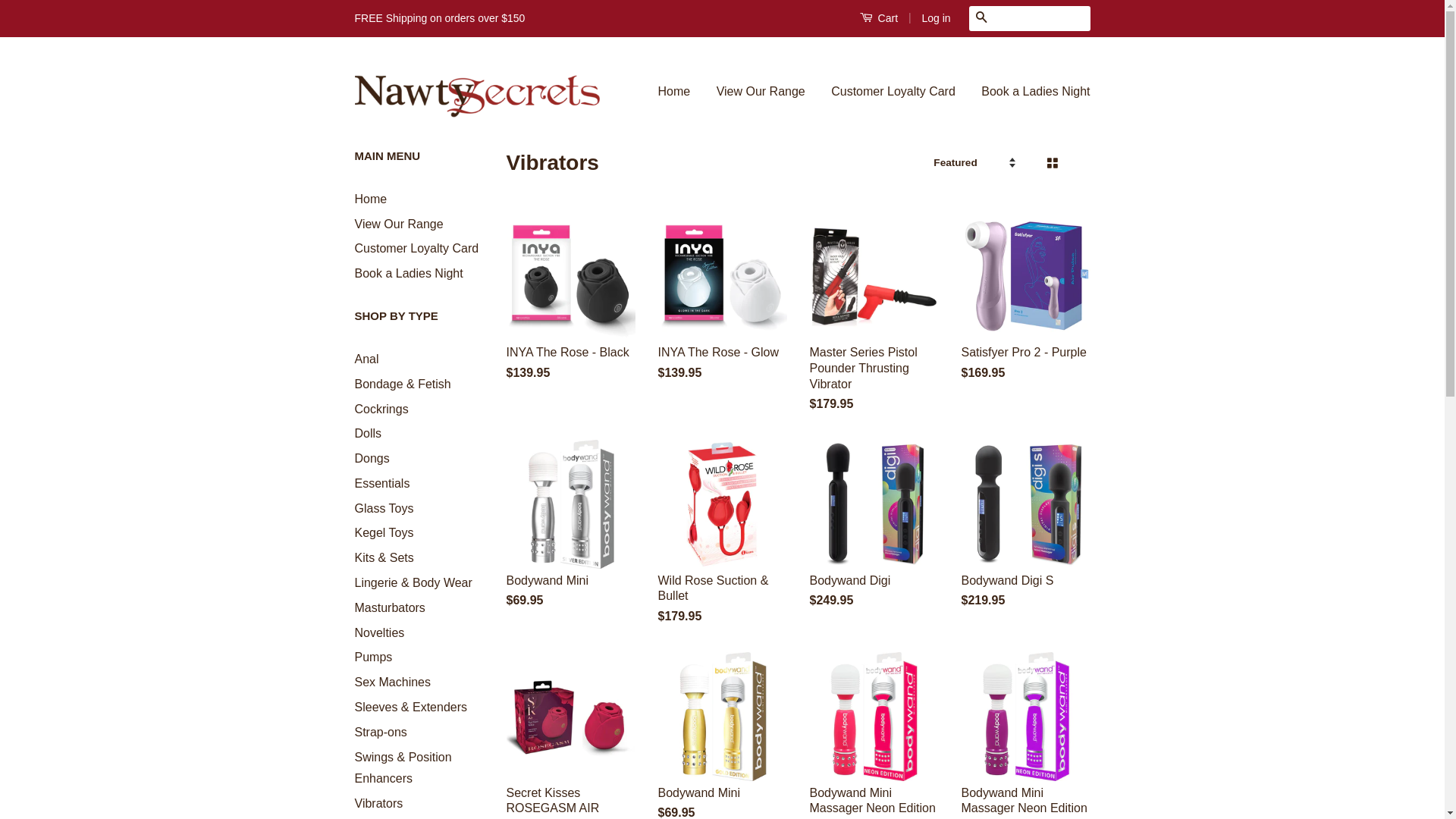  Describe the element at coordinates (1050, 163) in the screenshot. I see `'Grid View'` at that location.